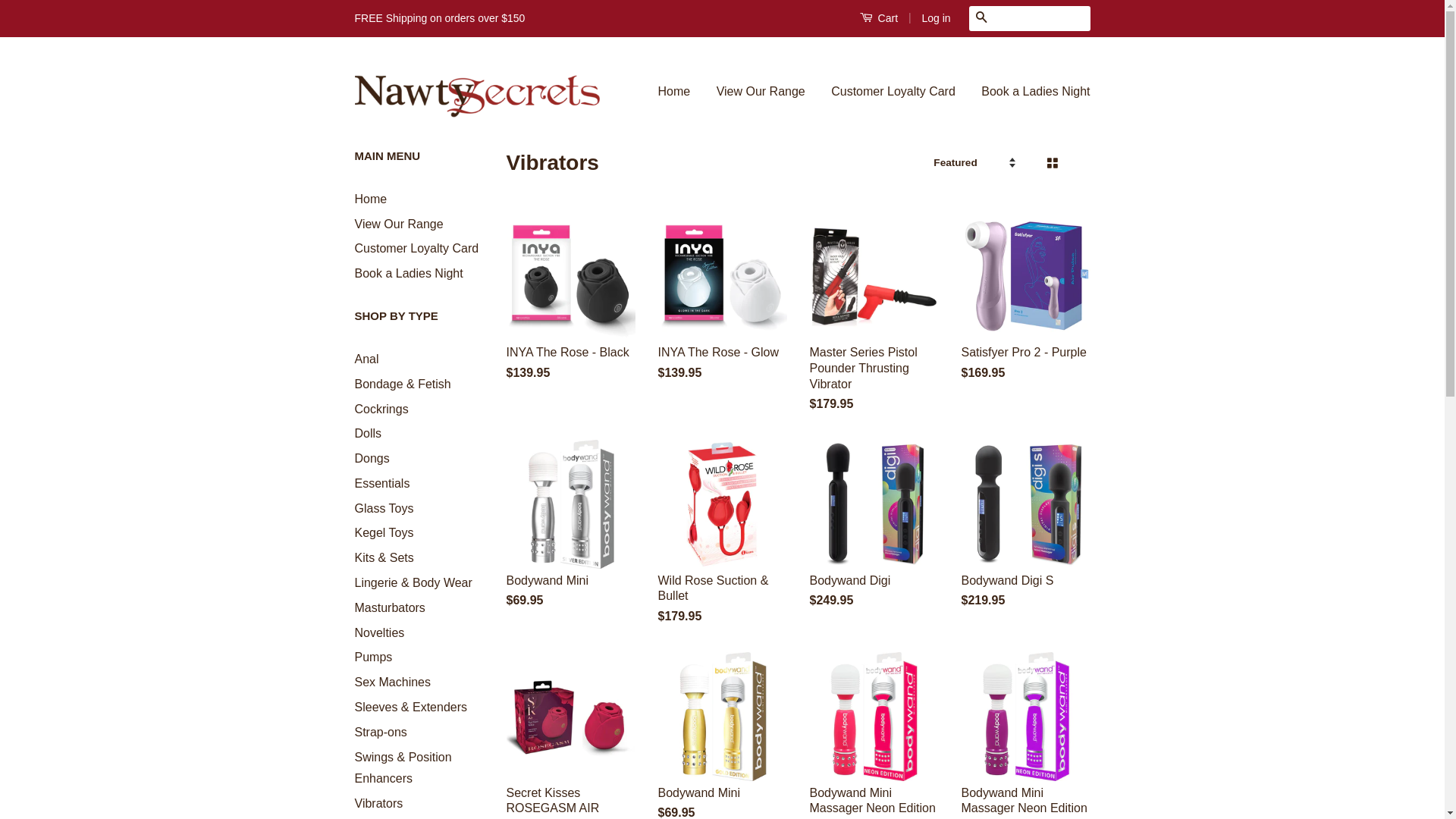  Describe the element at coordinates (1050, 163) in the screenshot. I see `'Grid View'` at that location.